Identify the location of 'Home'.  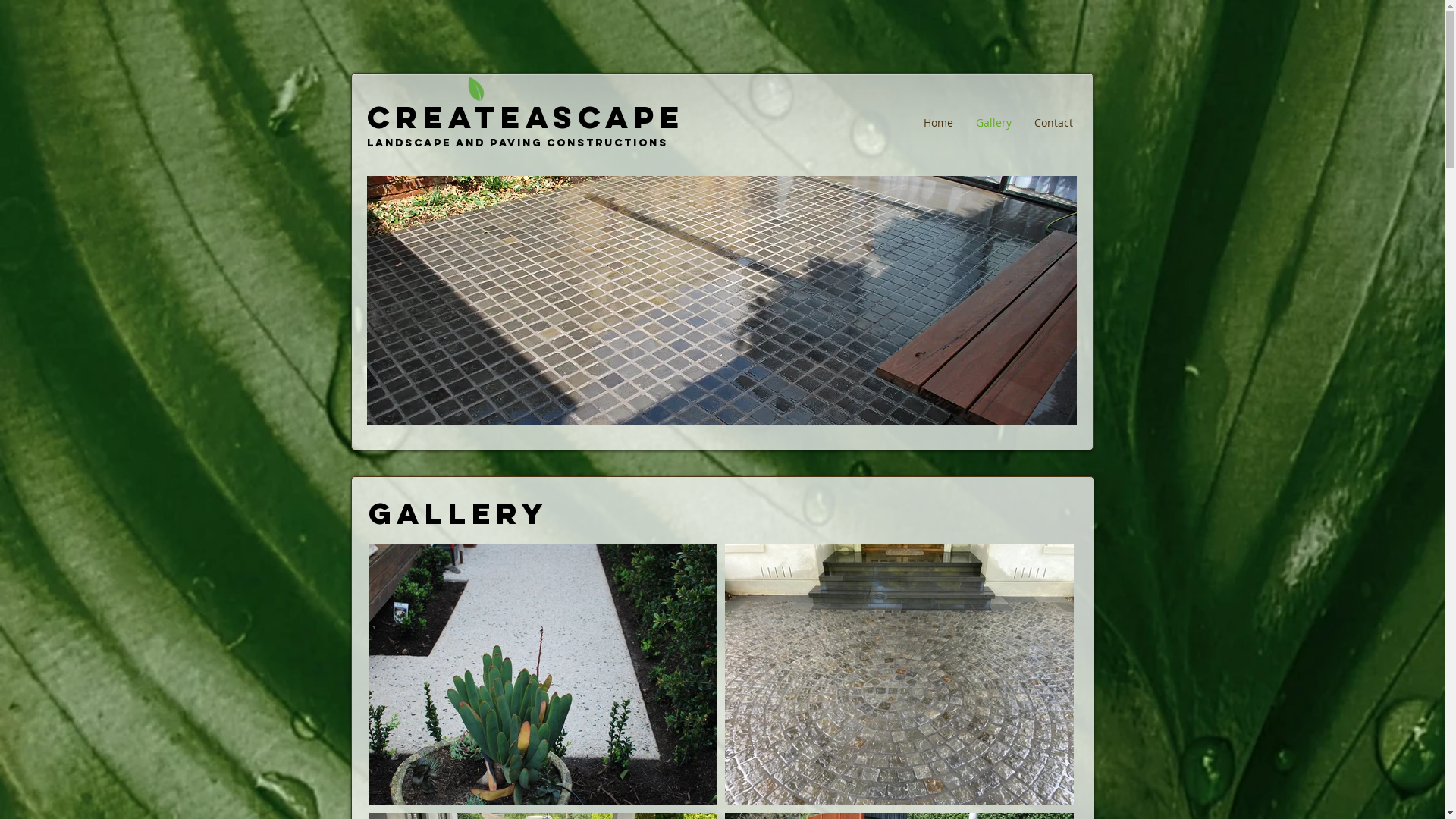
(937, 121).